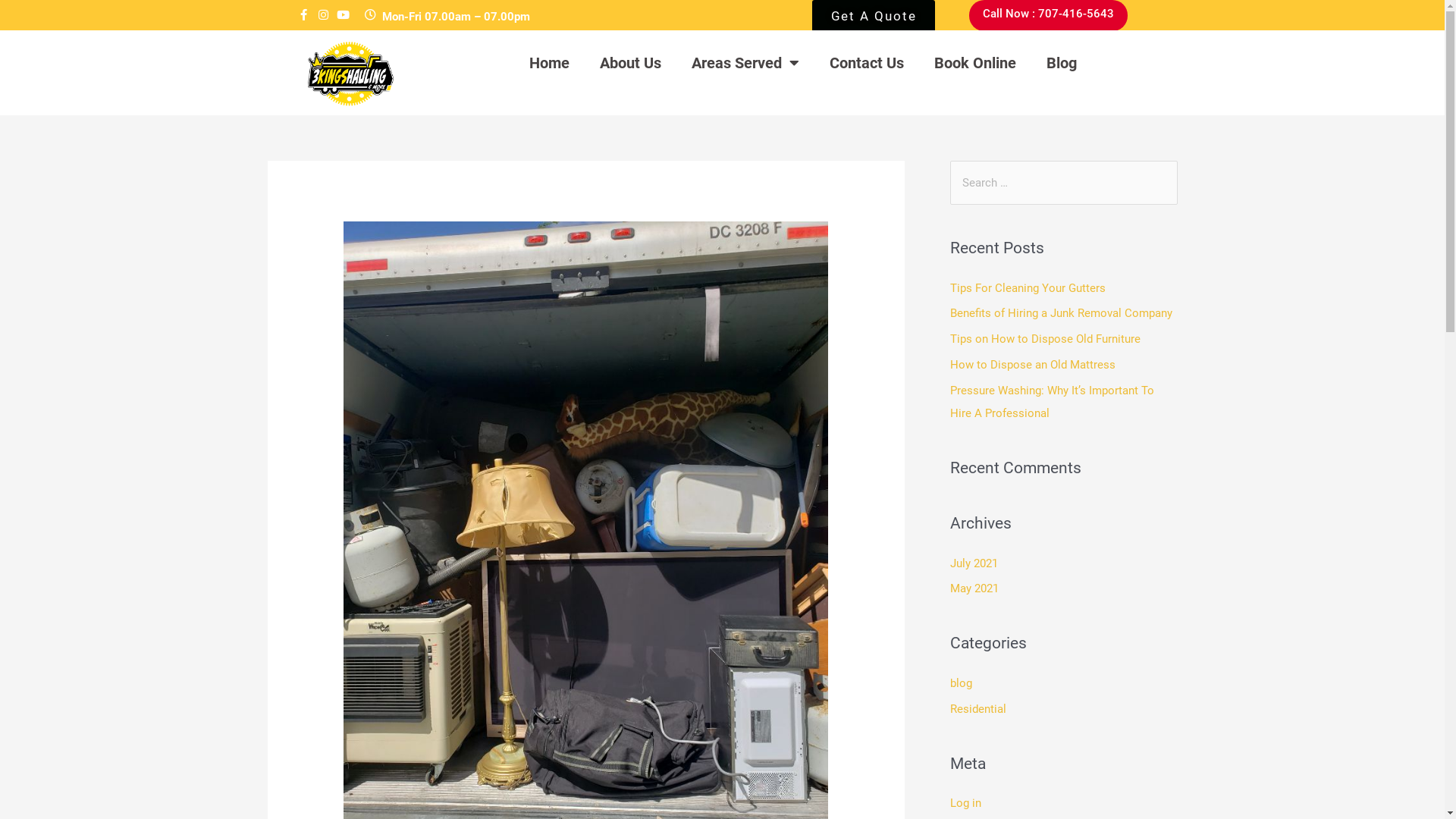 The height and width of the screenshot is (819, 1456). What do you see at coordinates (584, 62) in the screenshot?
I see `'About Us'` at bounding box center [584, 62].